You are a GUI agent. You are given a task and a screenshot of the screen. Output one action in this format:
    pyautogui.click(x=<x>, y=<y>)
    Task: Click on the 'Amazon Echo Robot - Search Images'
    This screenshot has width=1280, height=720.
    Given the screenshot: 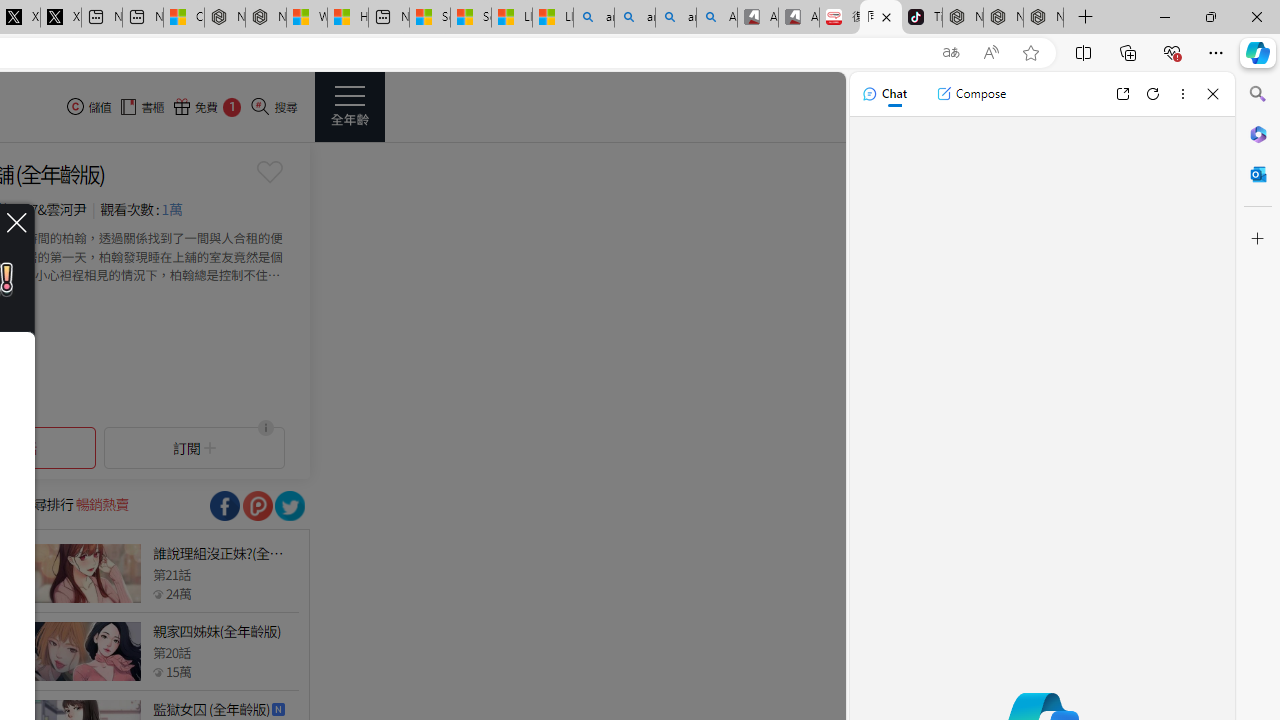 What is the action you would take?
    pyautogui.click(x=717, y=17)
    